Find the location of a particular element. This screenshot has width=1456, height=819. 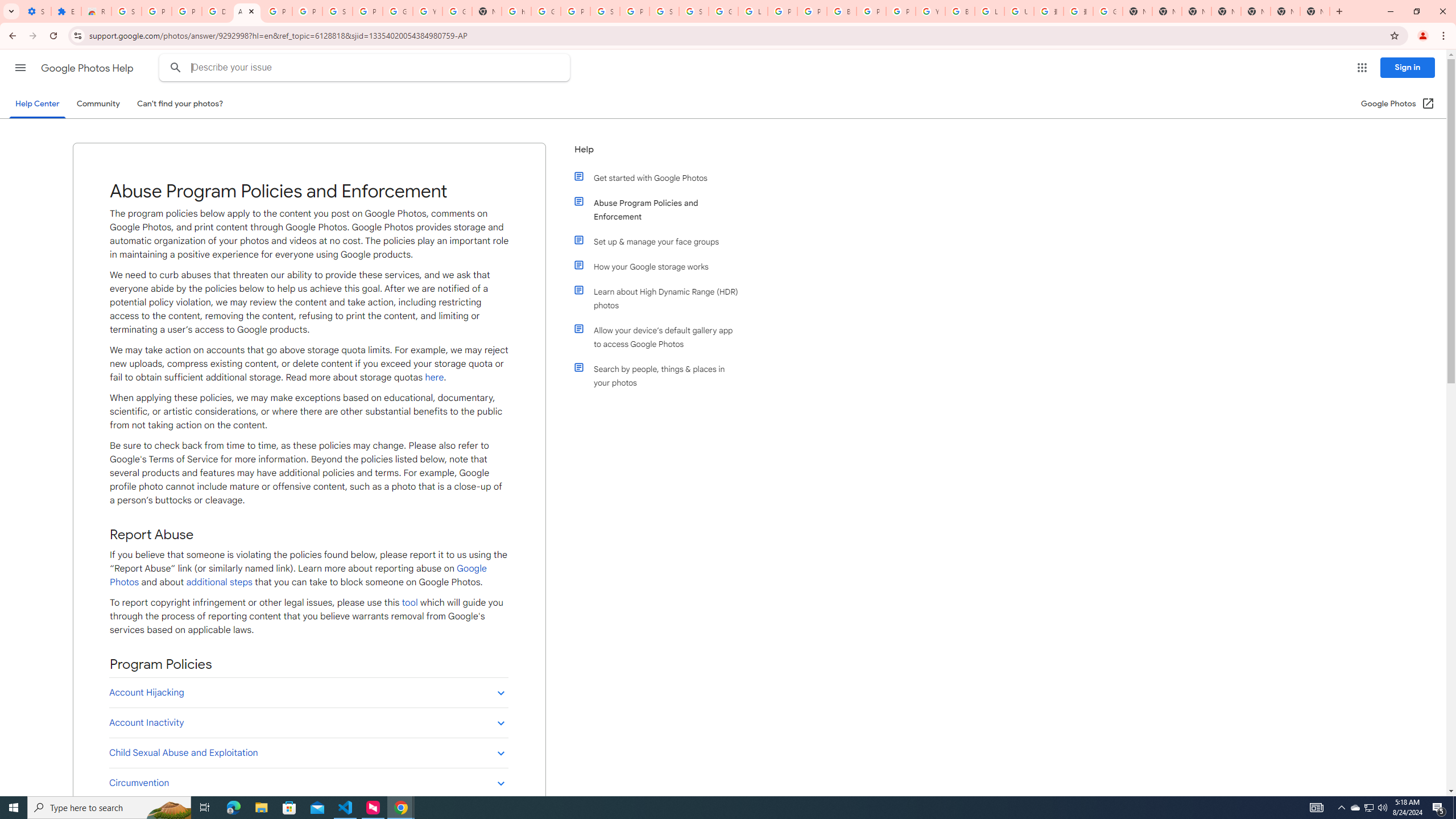

'Search Help Center' is located at coordinates (176, 67).